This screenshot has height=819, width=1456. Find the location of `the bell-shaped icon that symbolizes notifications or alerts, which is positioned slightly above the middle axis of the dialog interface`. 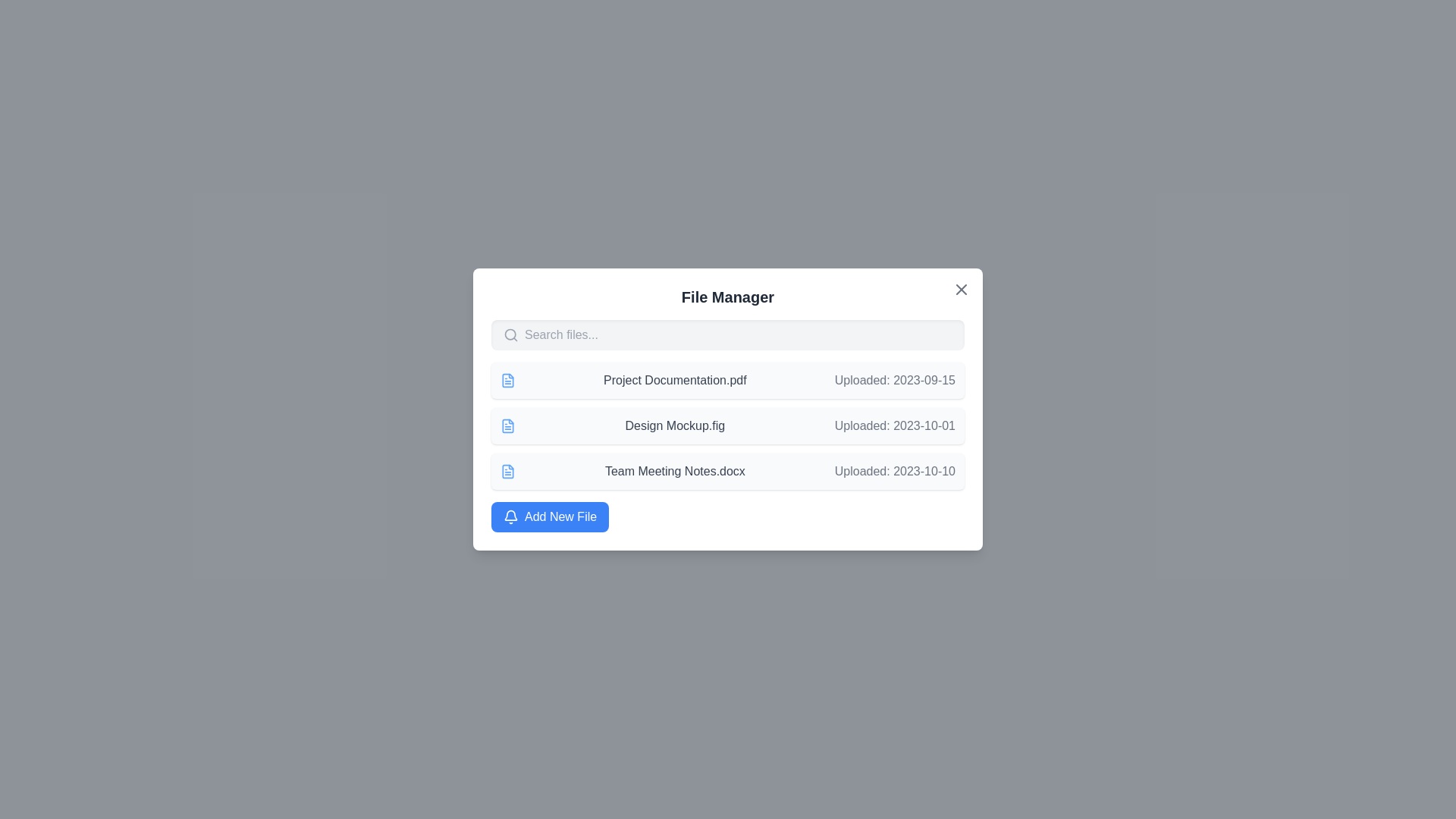

the bell-shaped icon that symbolizes notifications or alerts, which is positioned slightly above the middle axis of the dialog interface is located at coordinates (510, 514).